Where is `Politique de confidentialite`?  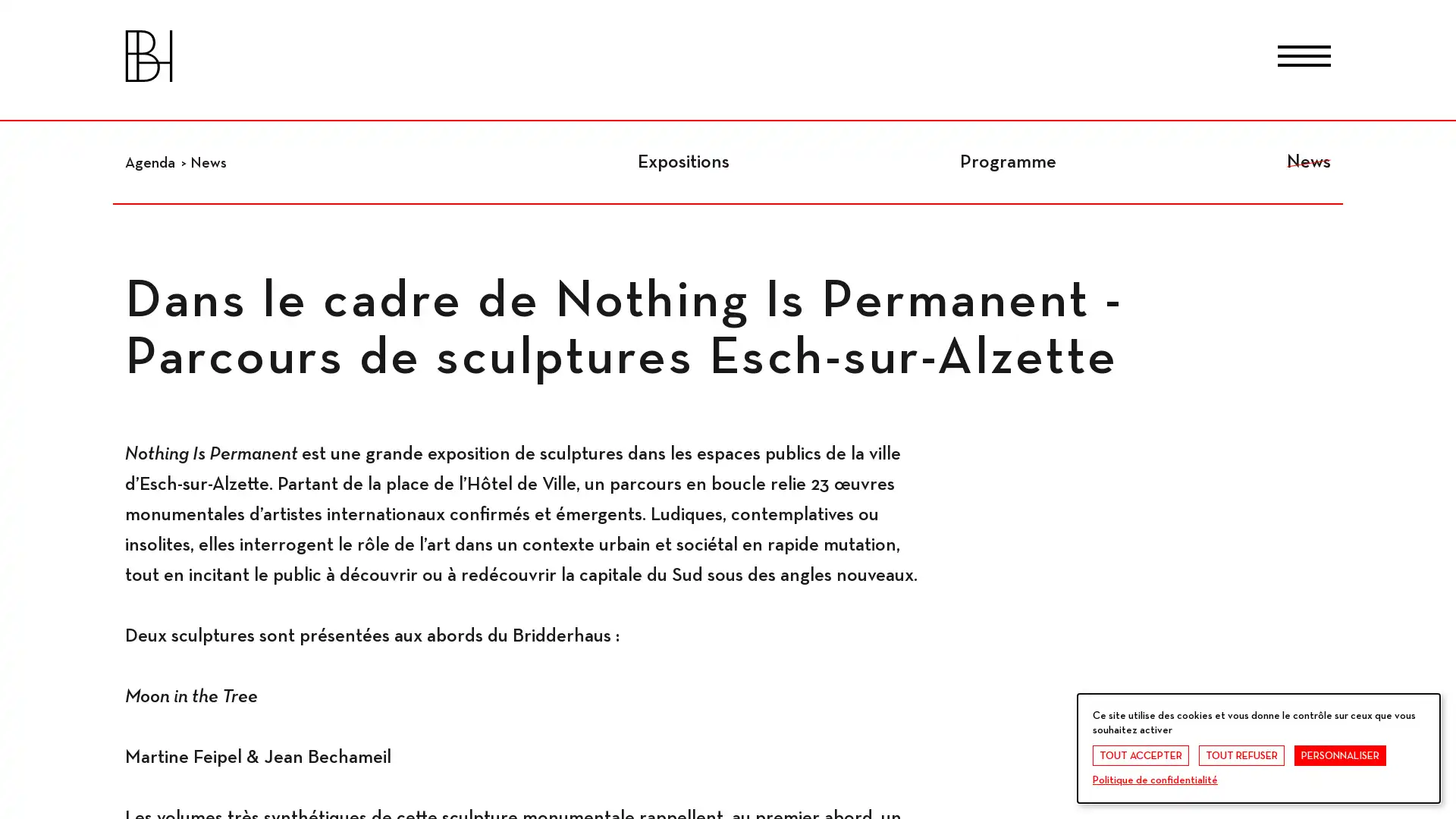
Politique de confidentialite is located at coordinates (1154, 780).